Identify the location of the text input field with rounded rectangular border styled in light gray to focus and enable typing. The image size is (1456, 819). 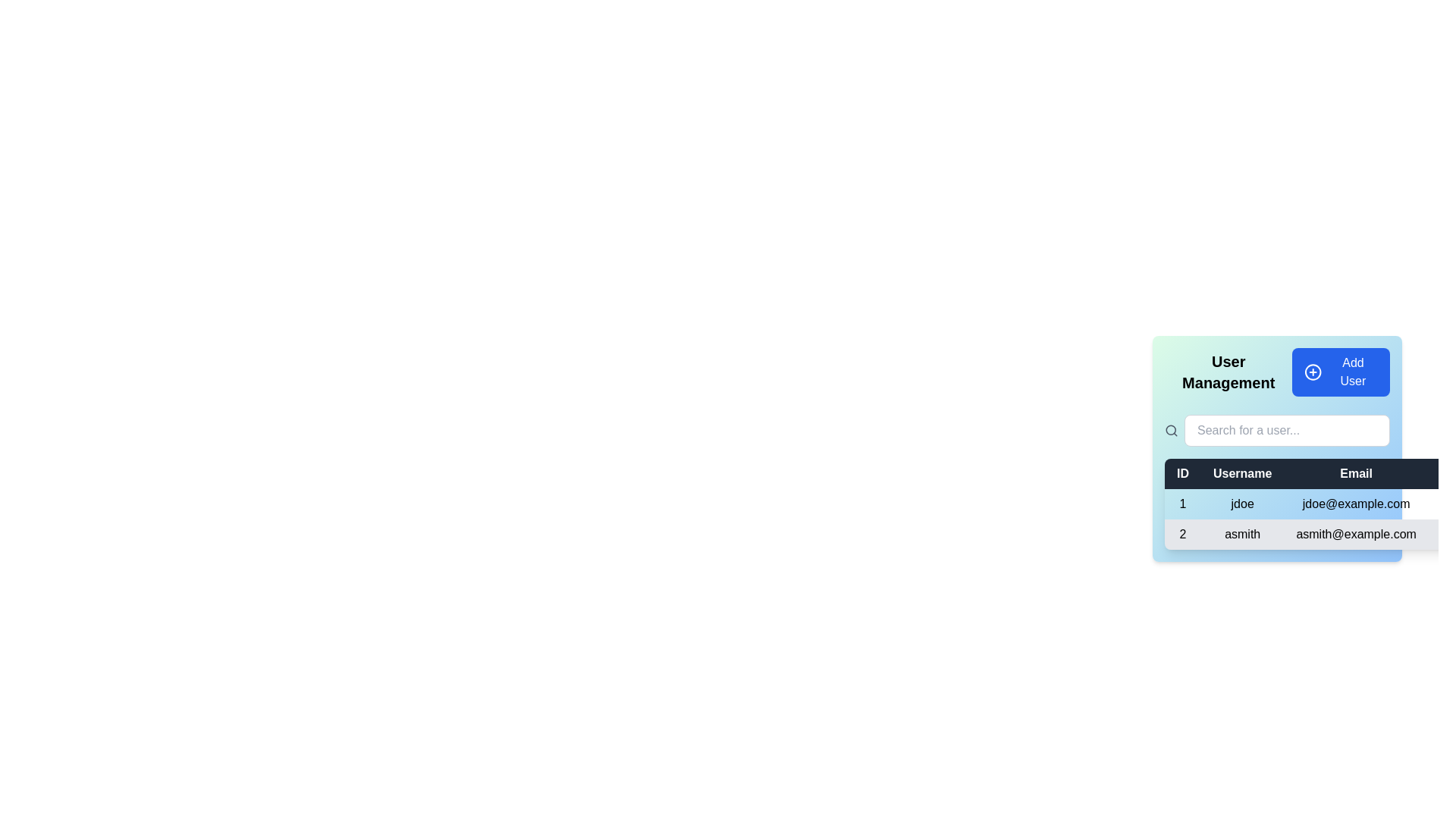
(1286, 430).